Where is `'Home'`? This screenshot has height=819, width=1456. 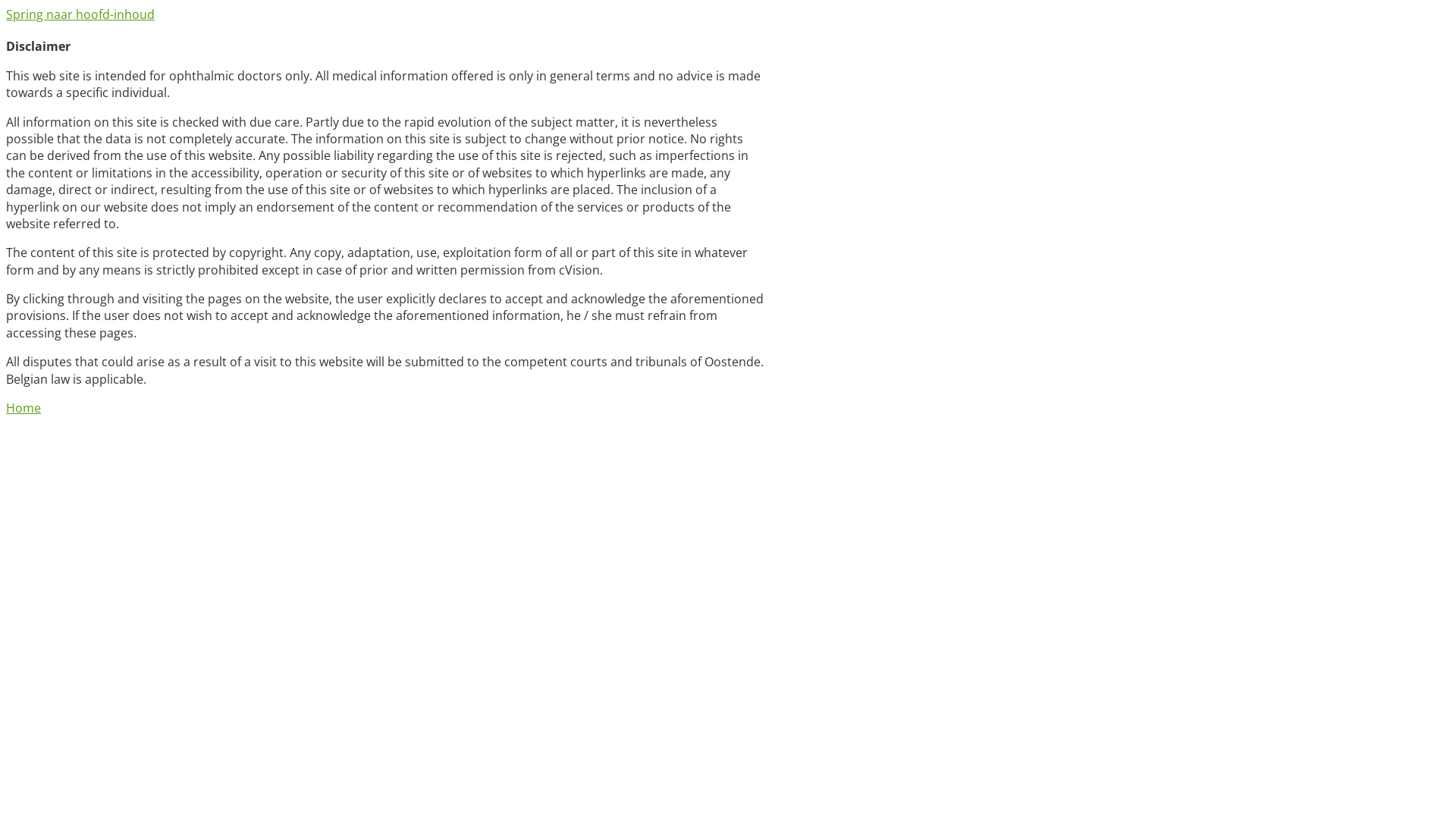
'Home' is located at coordinates (6, 406).